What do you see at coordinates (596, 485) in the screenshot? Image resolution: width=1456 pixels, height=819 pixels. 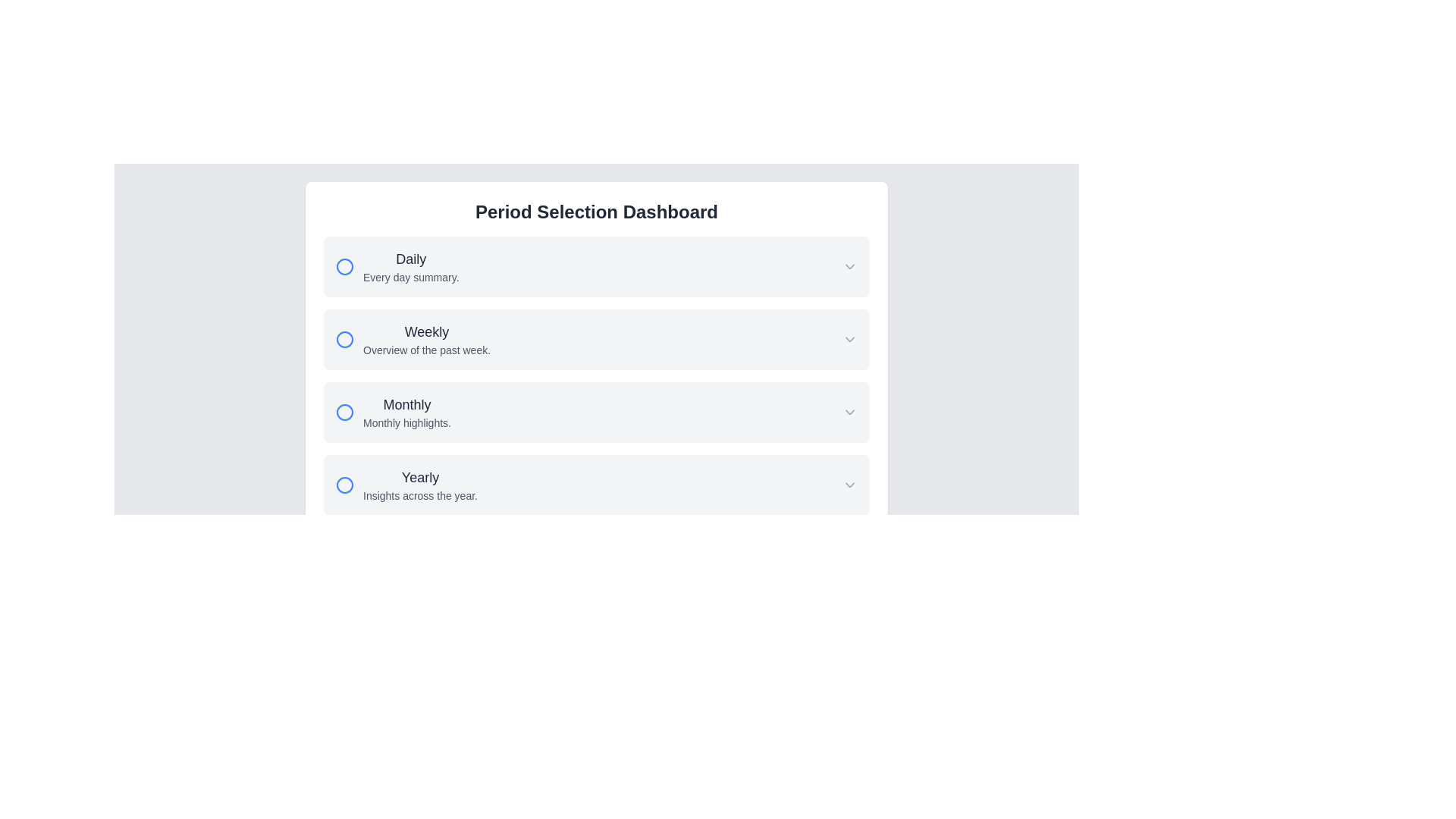 I see `the fourth selectable list item for viewing yearly insights, which is located at the bottom of the vertical stack of options labeled 'Daily', 'Weekly', and 'Monthly'` at bounding box center [596, 485].